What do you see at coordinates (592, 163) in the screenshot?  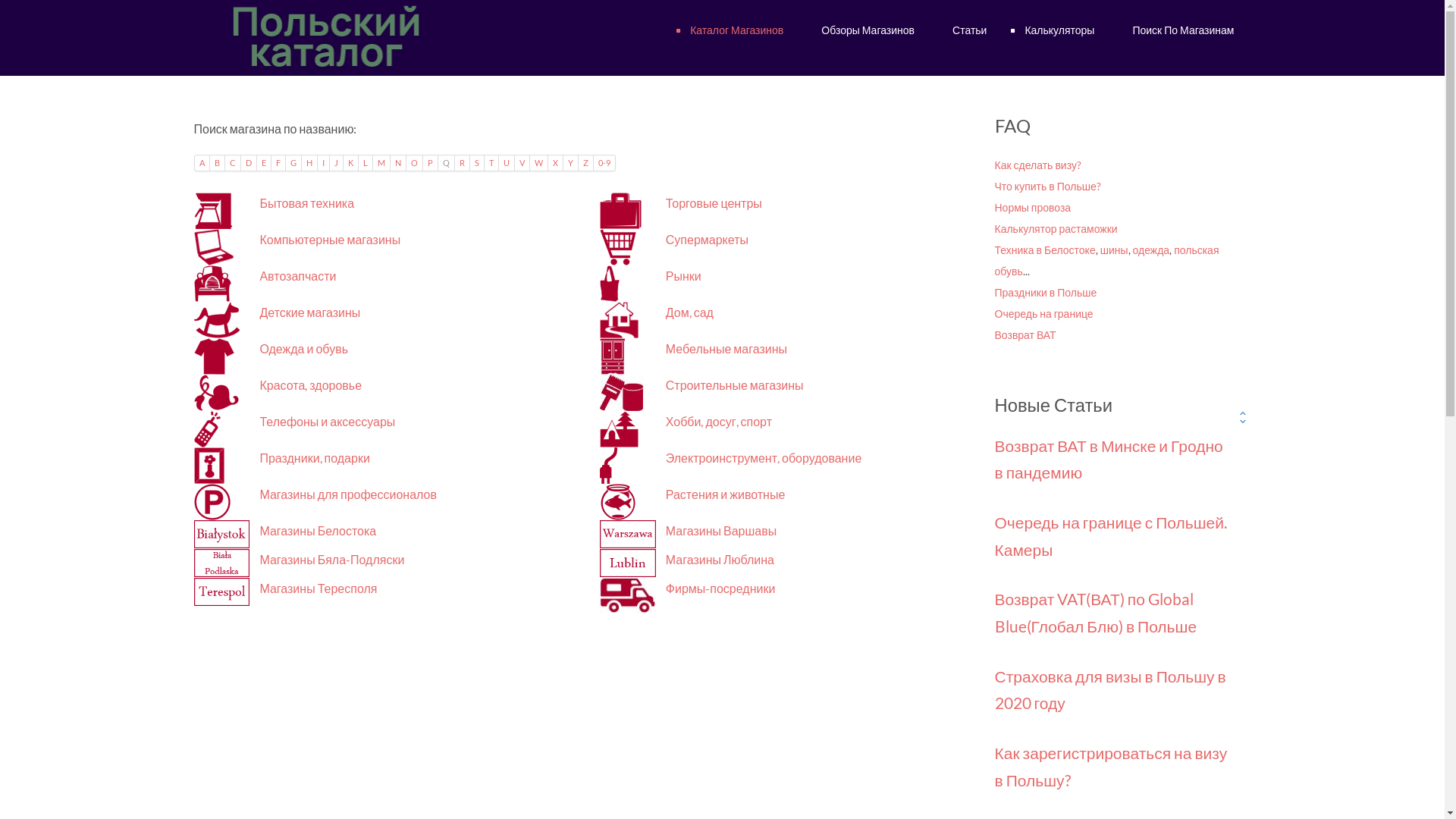 I see `'0-9'` at bounding box center [592, 163].